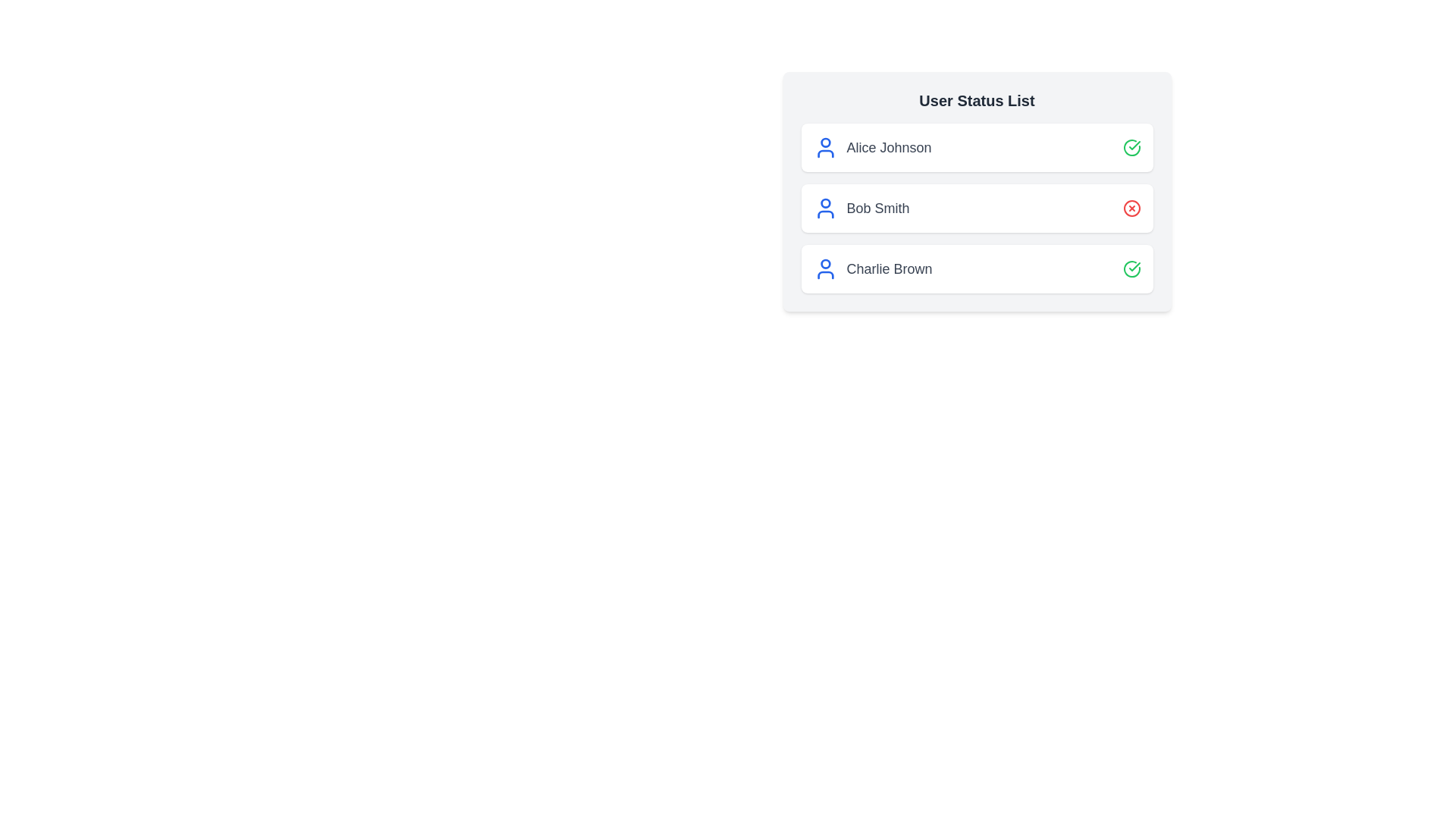  I want to click on the status icon for Alice Johnson, so click(1131, 148).